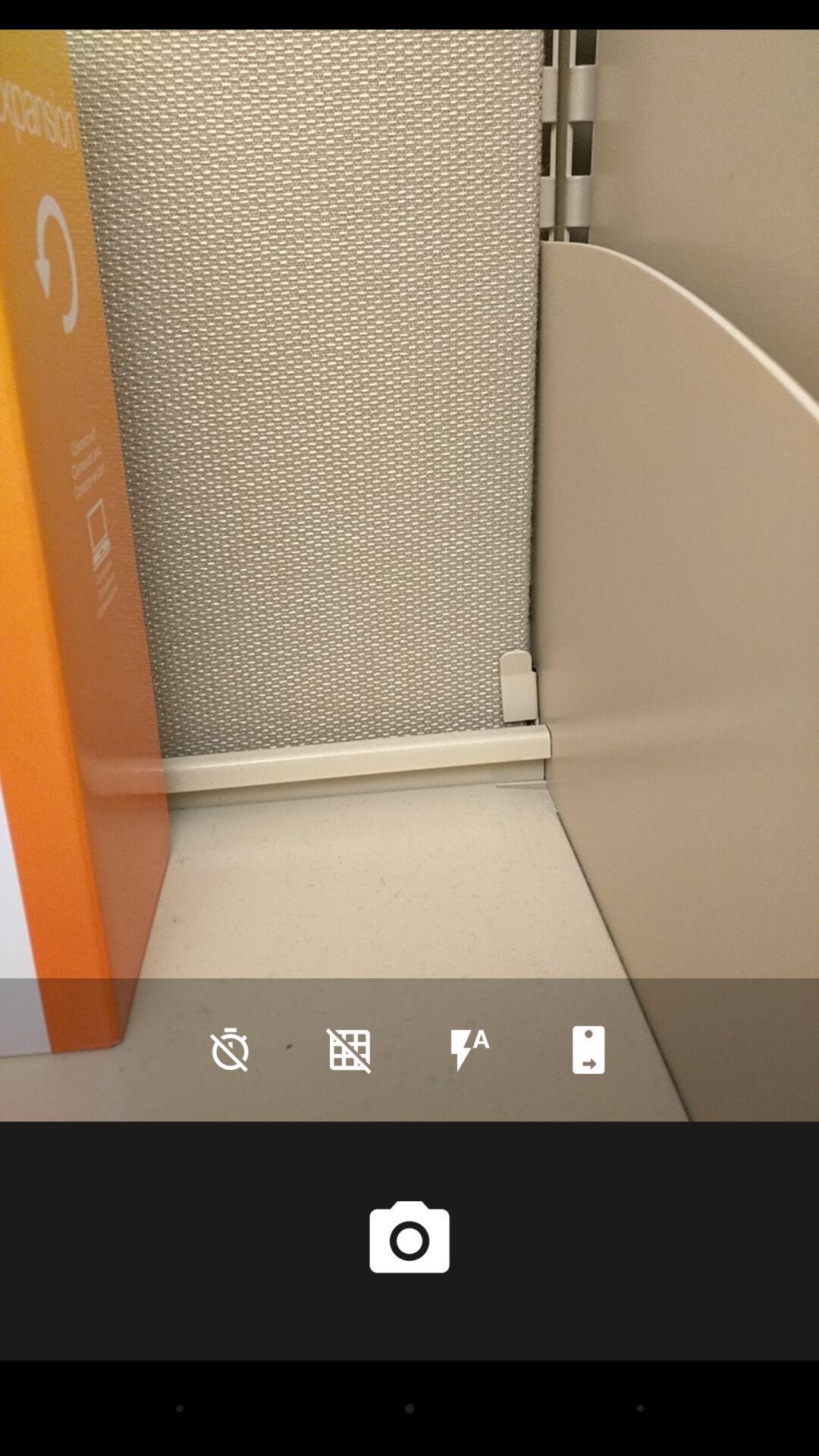 Image resolution: width=819 pixels, height=1456 pixels. Describe the element at coordinates (468, 1049) in the screenshot. I see `the flash icon` at that location.